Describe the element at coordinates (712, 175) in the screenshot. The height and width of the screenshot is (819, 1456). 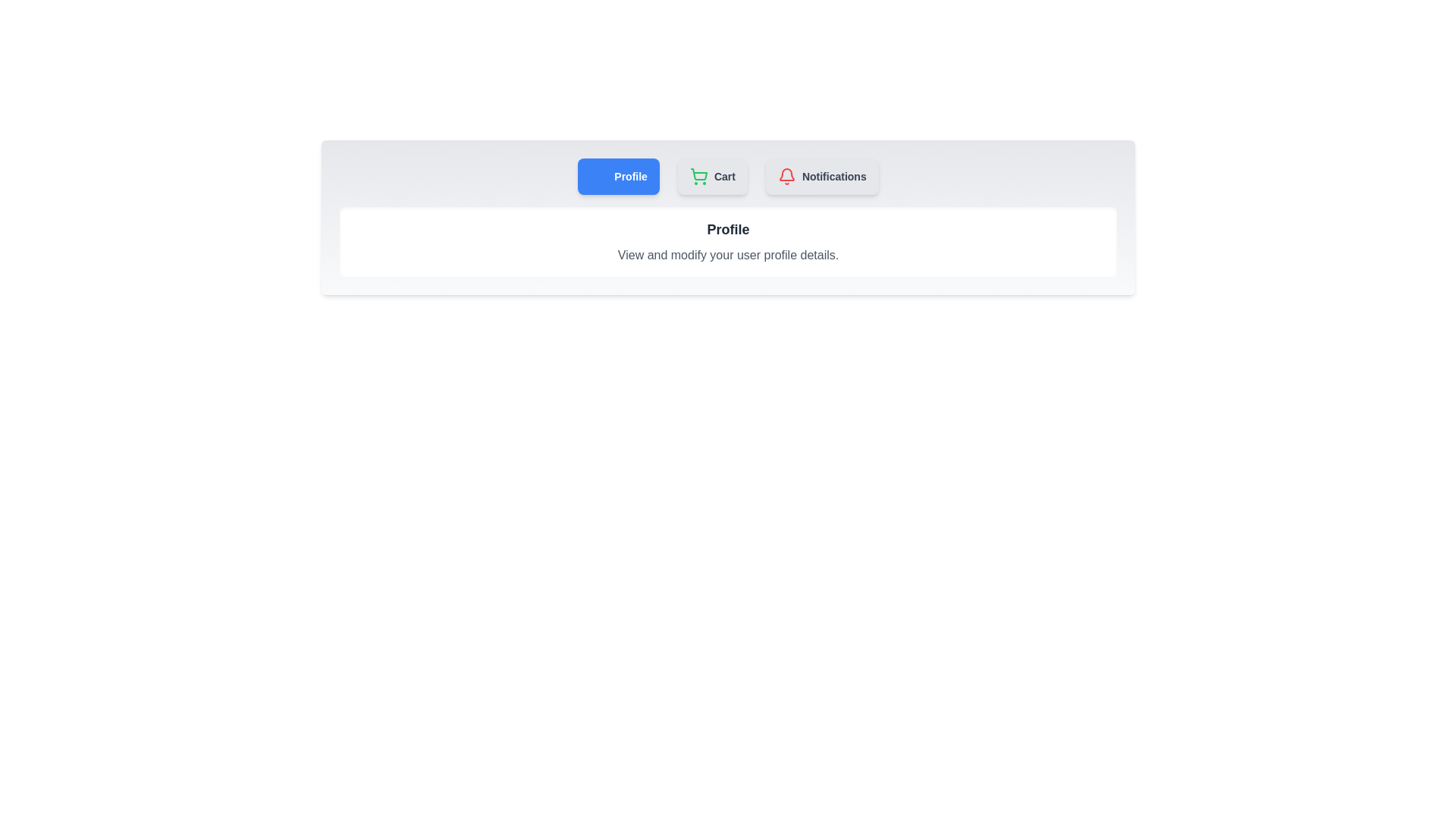
I see `the Cart tab by clicking its button` at that location.